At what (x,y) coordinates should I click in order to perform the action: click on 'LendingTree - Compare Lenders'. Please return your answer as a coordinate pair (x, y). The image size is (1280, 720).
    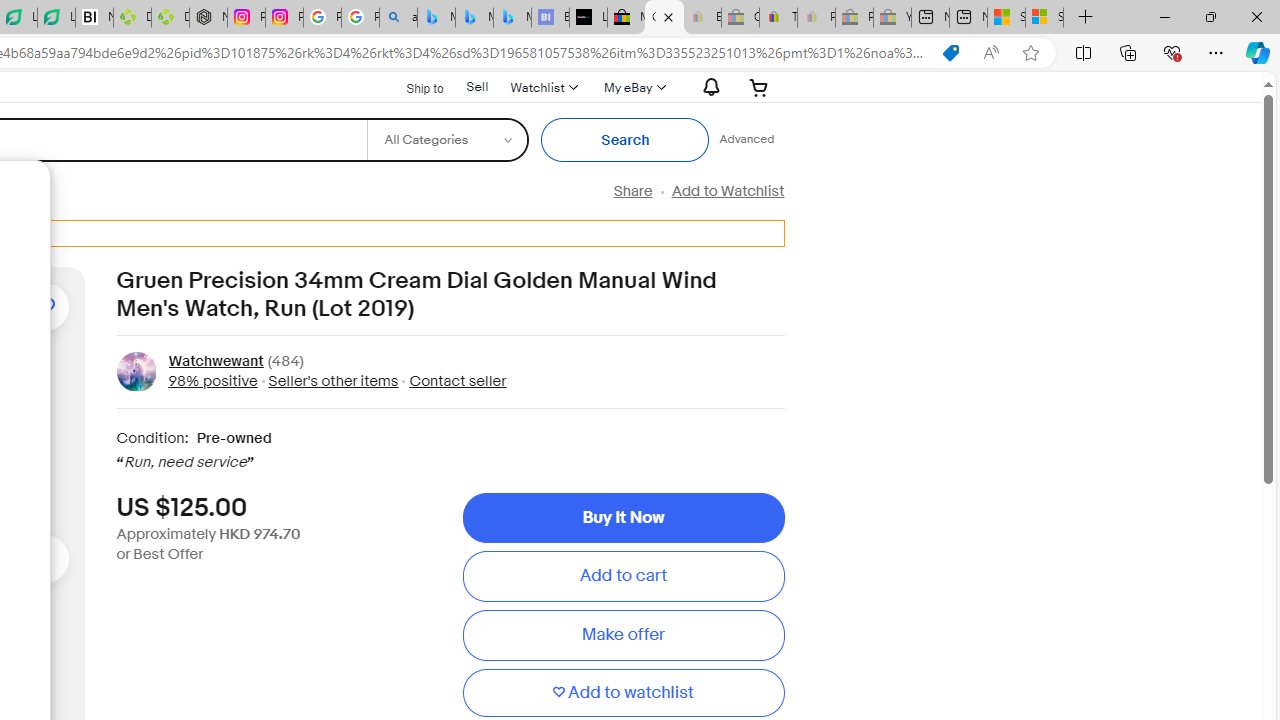
    Looking at the image, I should click on (56, 17).